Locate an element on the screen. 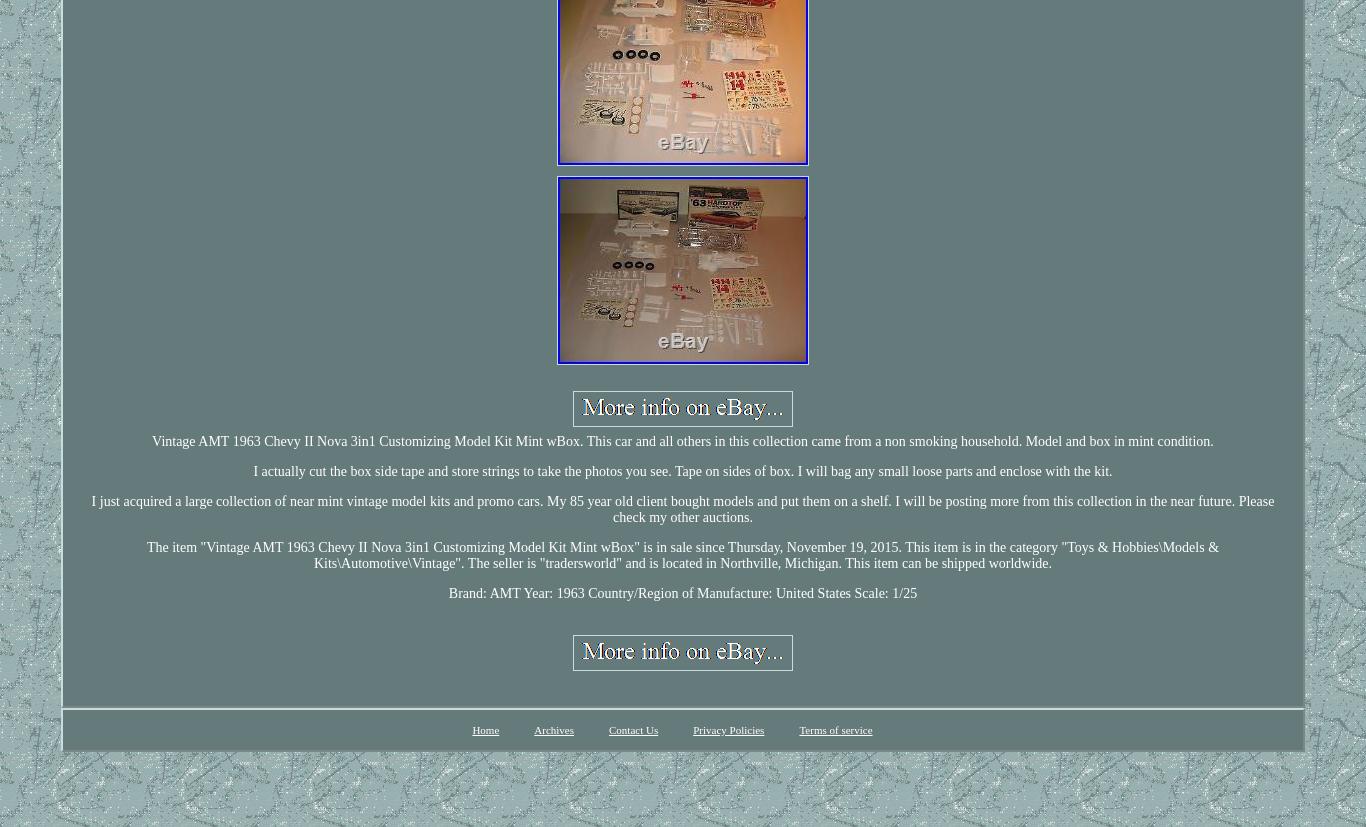 Image resolution: width=1366 pixels, height=827 pixels. 'Scale: 1/25' is located at coordinates (884, 592).